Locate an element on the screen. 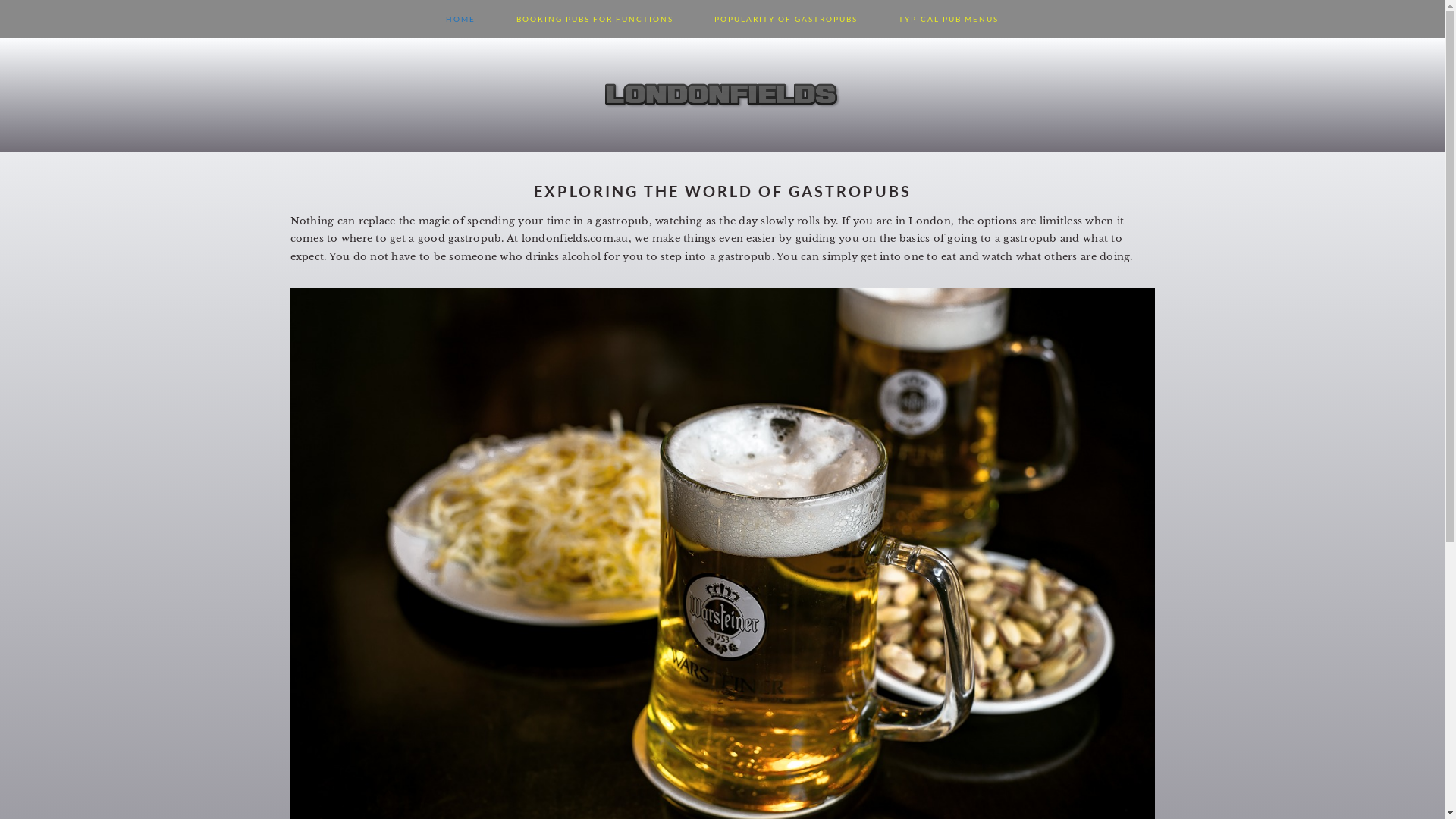 This screenshot has height=819, width=1456. 'POPULARITY OF GASTROPUBS' is located at coordinates (694, 18).